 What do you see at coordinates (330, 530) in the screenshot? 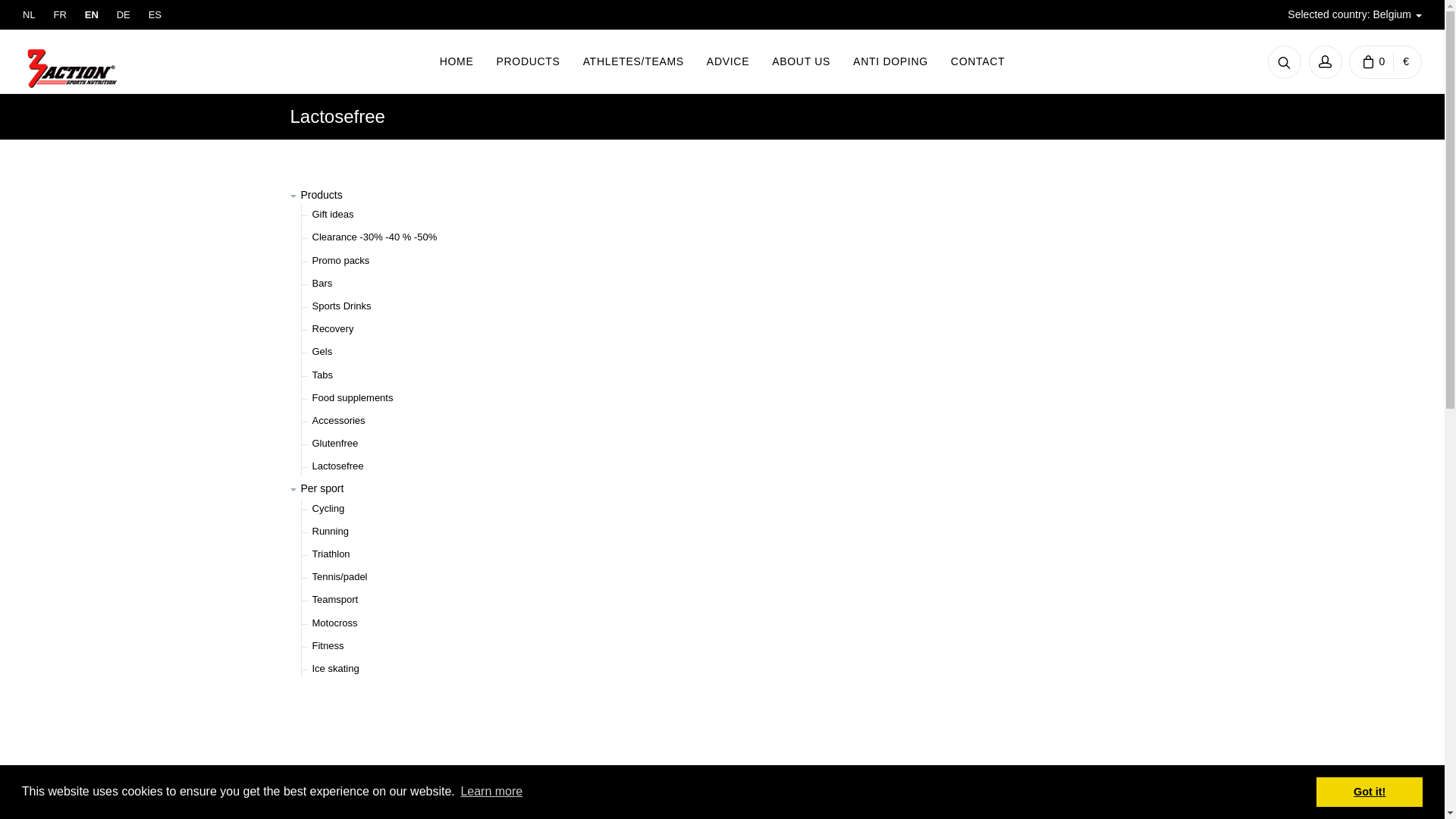
I see `'Running'` at bounding box center [330, 530].